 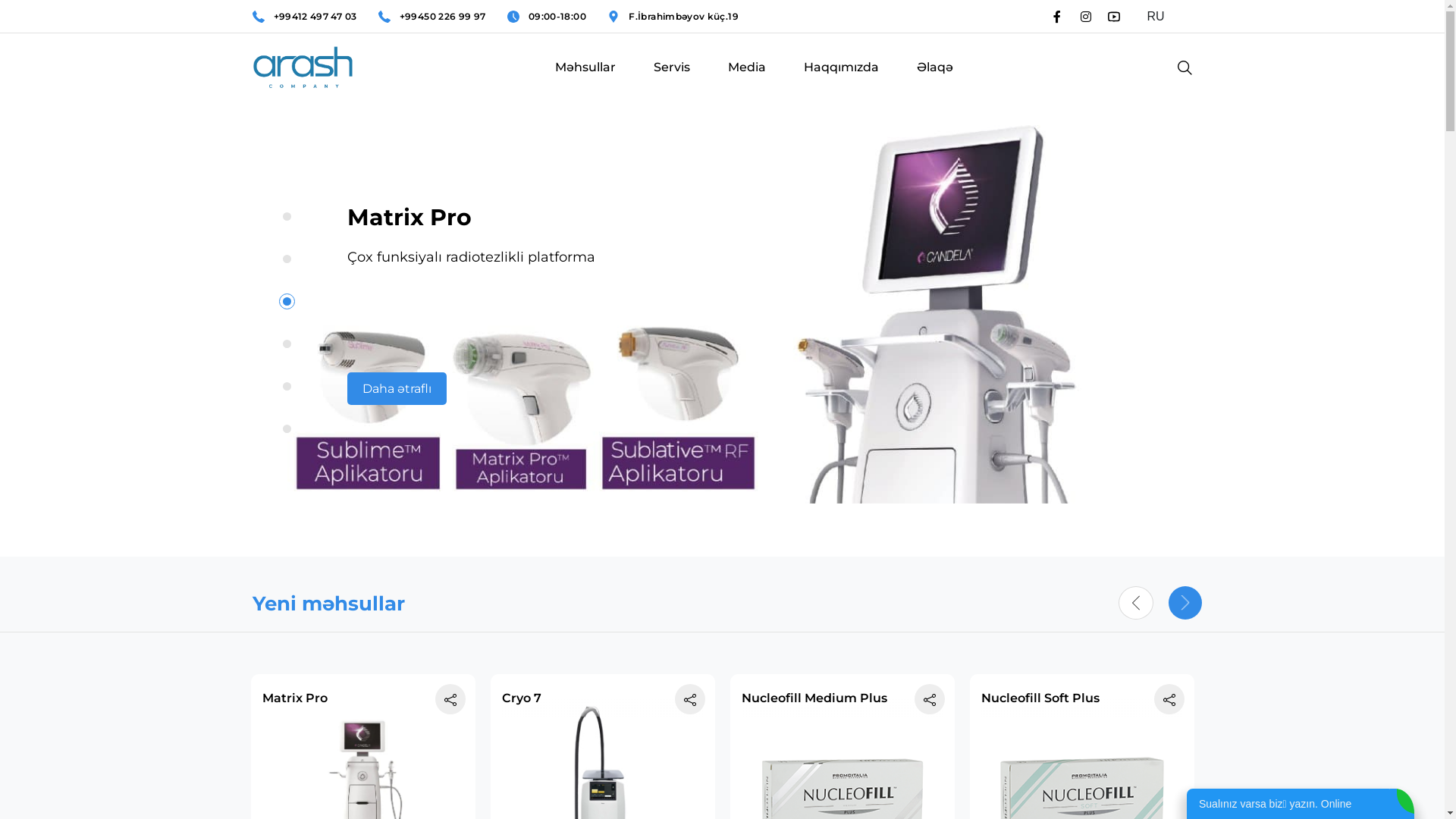 What do you see at coordinates (286, 344) in the screenshot?
I see `'4'` at bounding box center [286, 344].